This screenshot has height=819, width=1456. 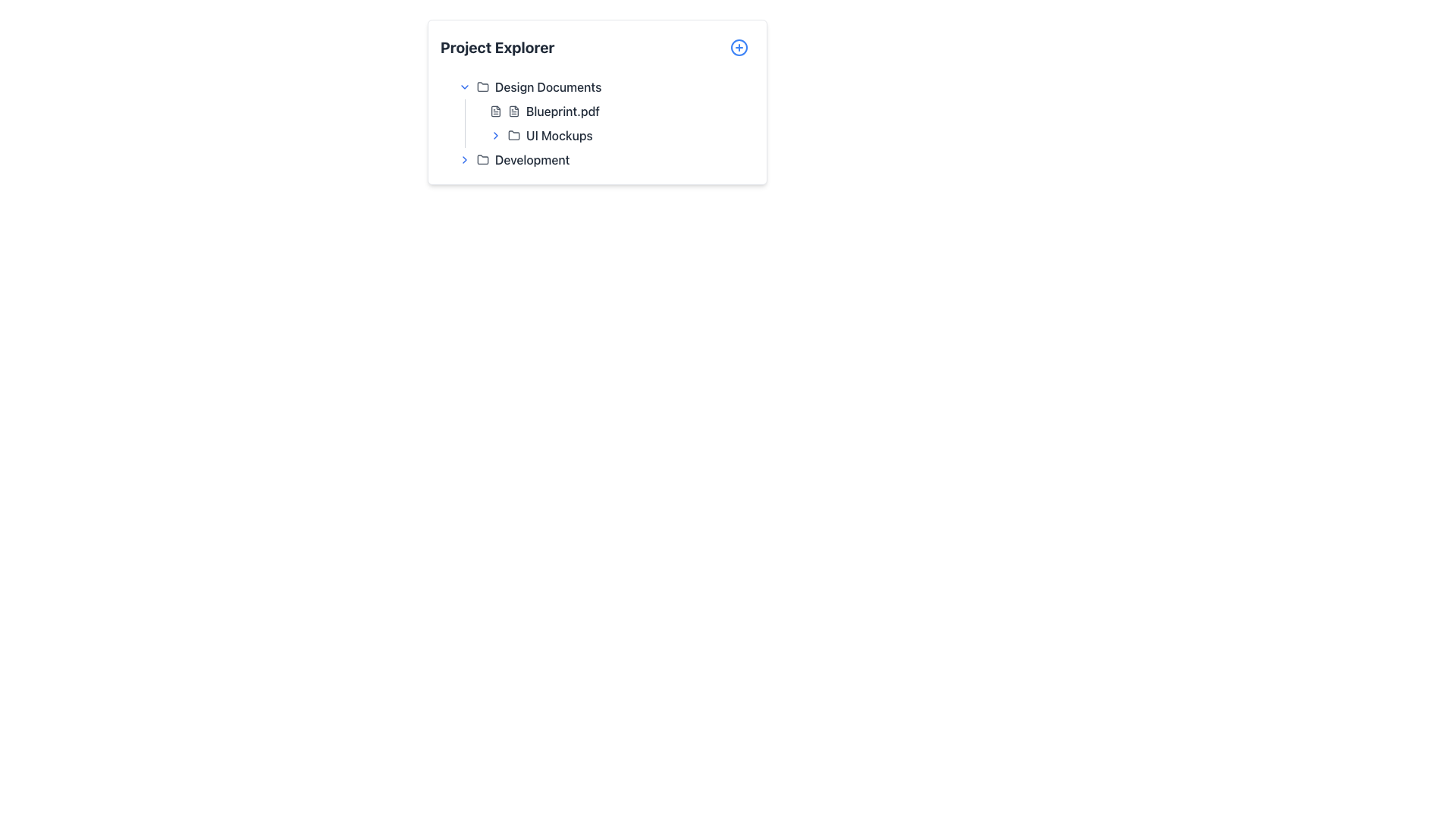 What do you see at coordinates (513, 133) in the screenshot?
I see `the 'UI Mockups' folder icon in the Project Explorer panel, which is the second folder icon in the hierarchy` at bounding box center [513, 133].